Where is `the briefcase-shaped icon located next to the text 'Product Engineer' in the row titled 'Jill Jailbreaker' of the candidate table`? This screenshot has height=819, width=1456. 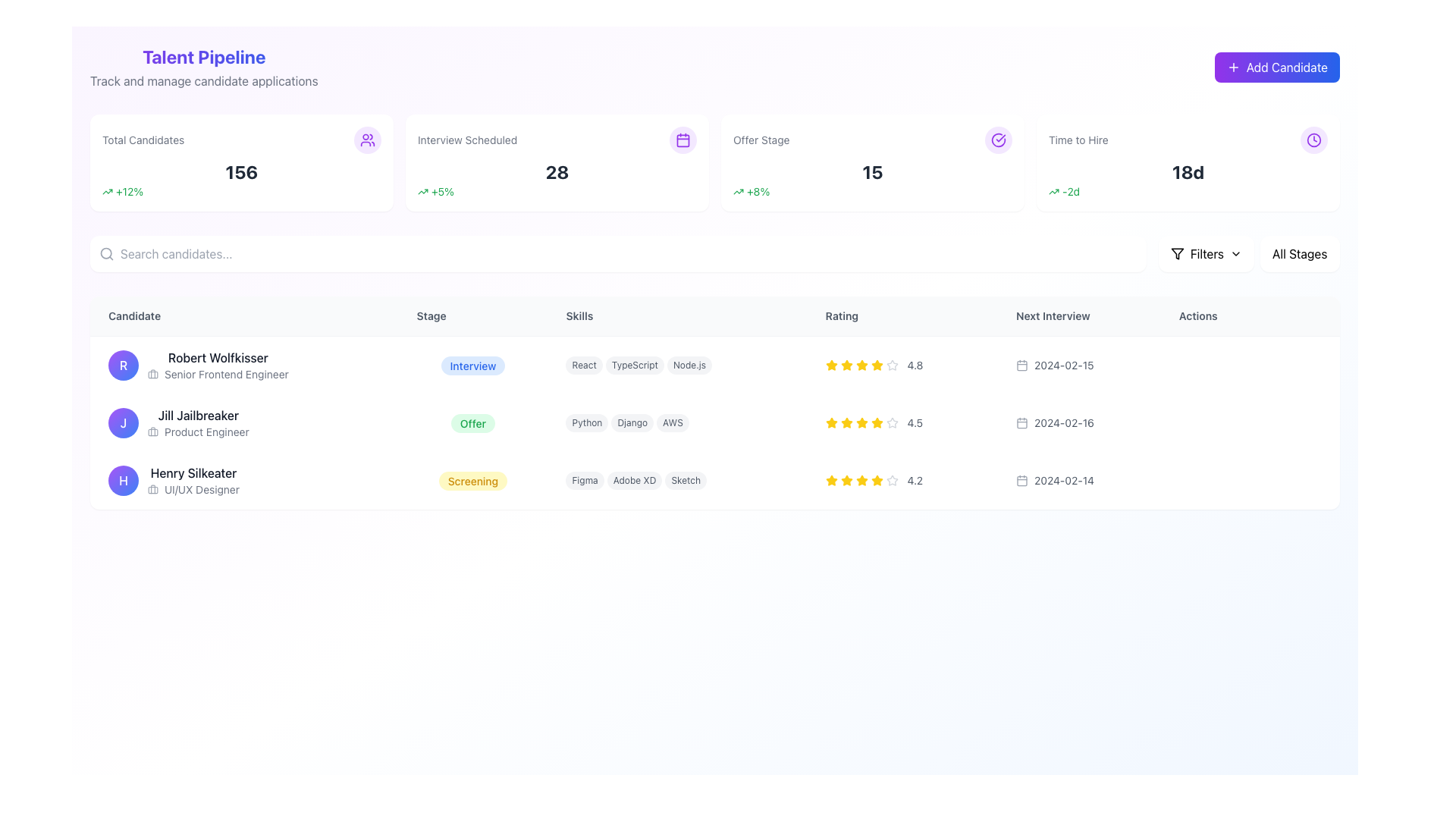
the briefcase-shaped icon located next to the text 'Product Engineer' in the row titled 'Jill Jailbreaker' of the candidate table is located at coordinates (152, 432).